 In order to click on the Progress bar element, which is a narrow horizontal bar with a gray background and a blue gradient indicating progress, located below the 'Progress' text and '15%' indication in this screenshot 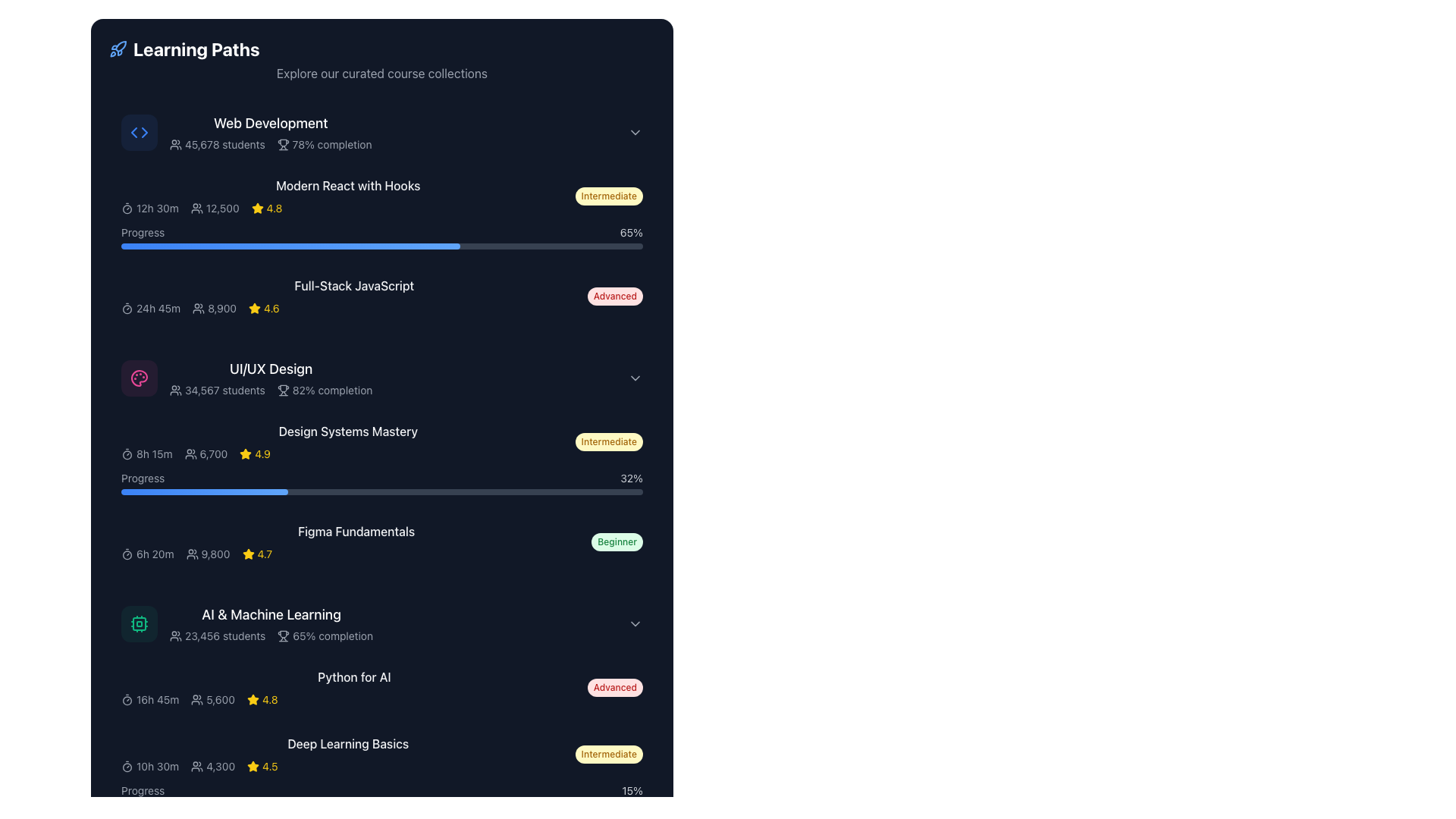, I will do `click(382, 803)`.